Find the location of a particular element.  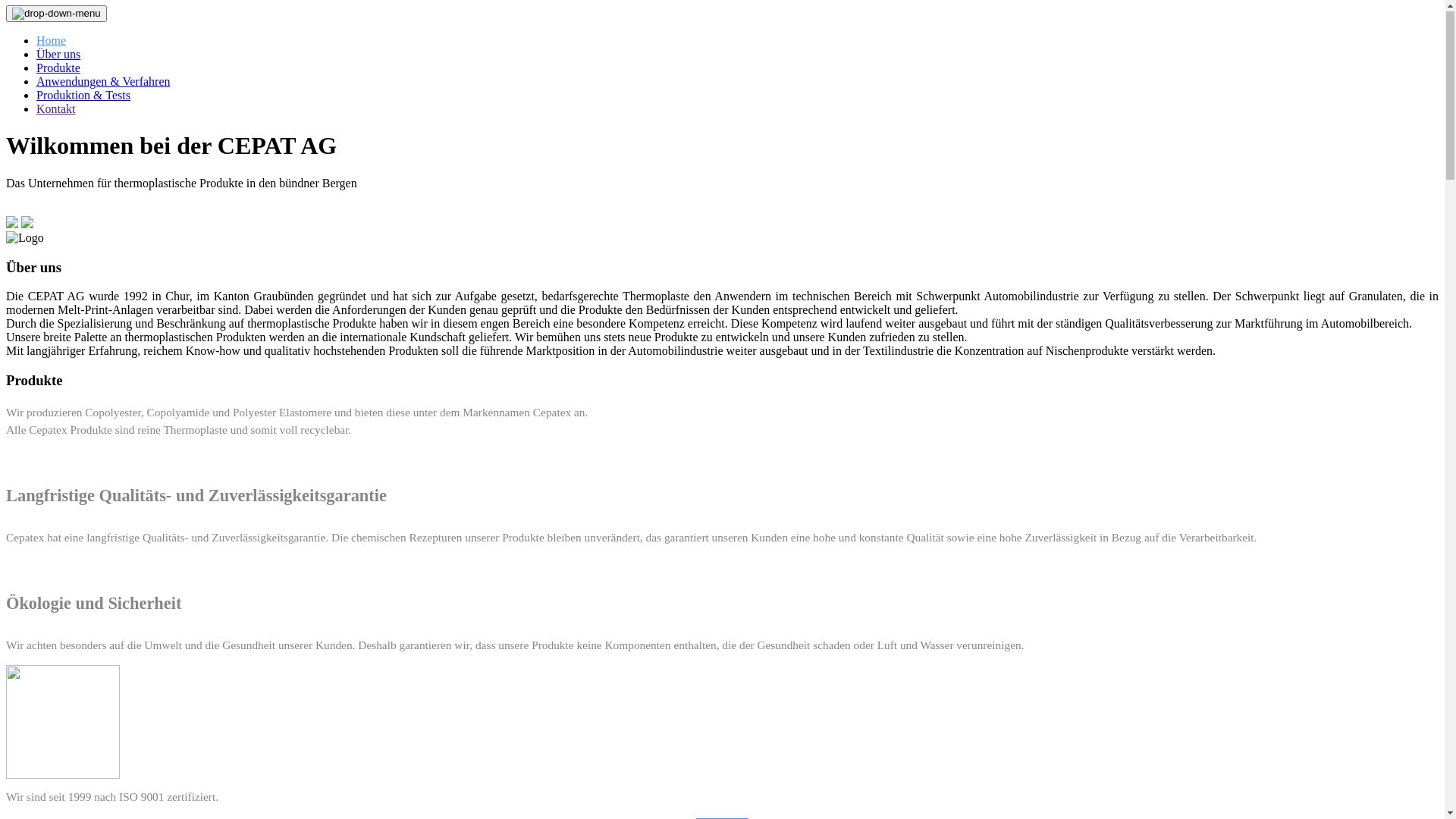

'Produktion & Tests' is located at coordinates (83, 96).